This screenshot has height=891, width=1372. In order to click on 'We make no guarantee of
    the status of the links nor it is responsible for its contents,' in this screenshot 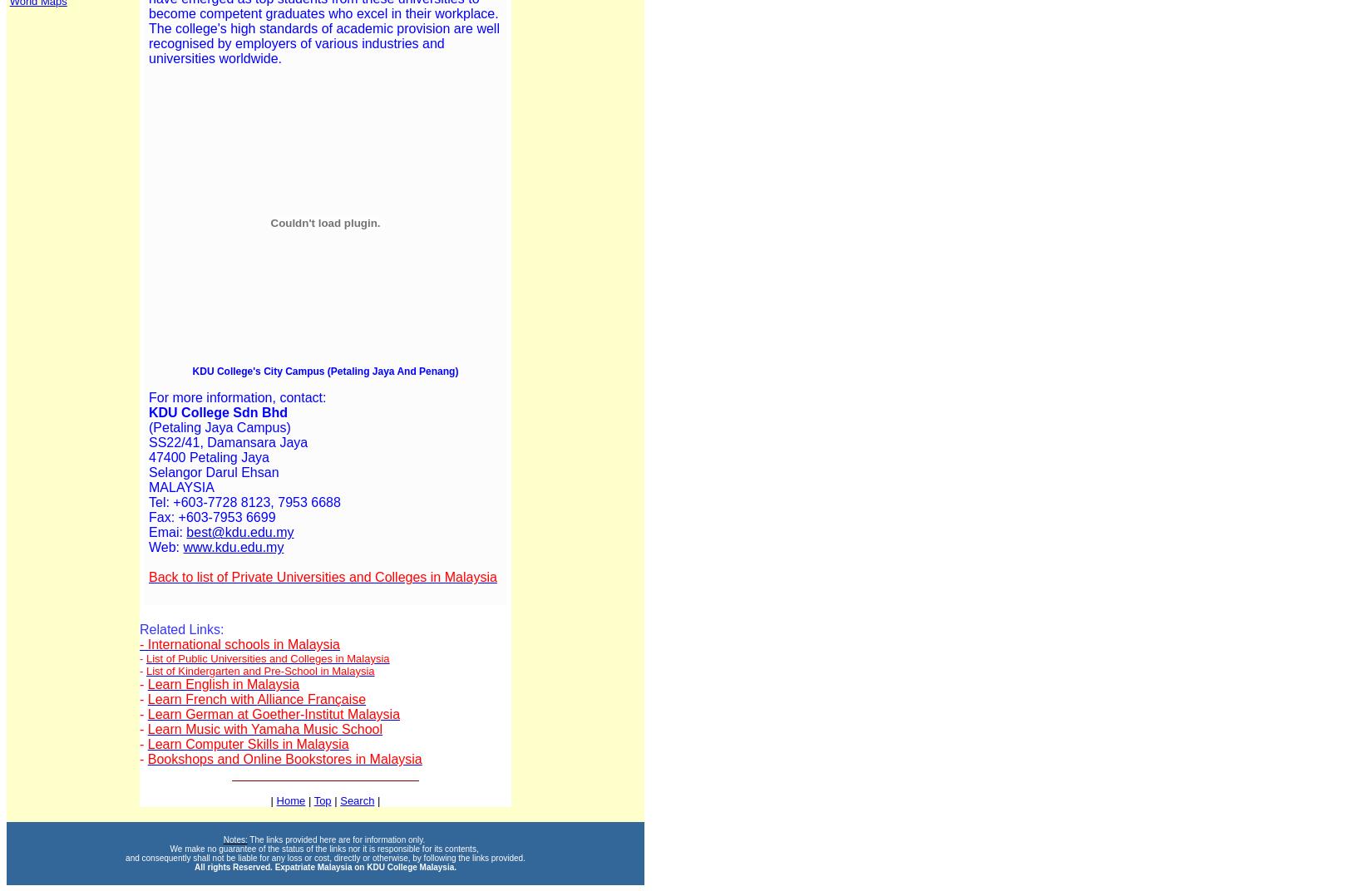, I will do `click(325, 849)`.